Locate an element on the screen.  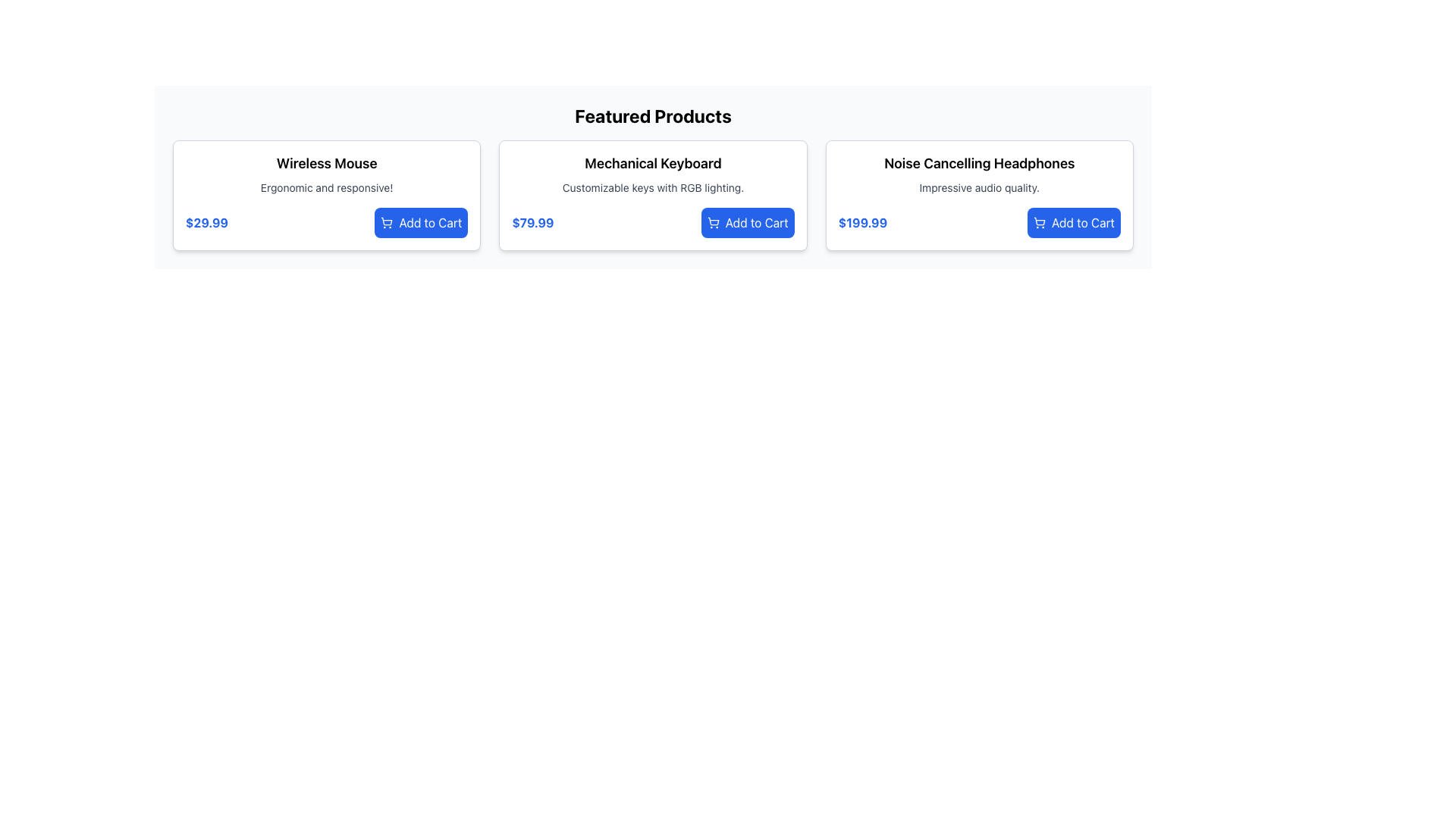
price displayed in the text label located at the bottom of the central product card, just above the 'Add to Cart' button is located at coordinates (532, 222).